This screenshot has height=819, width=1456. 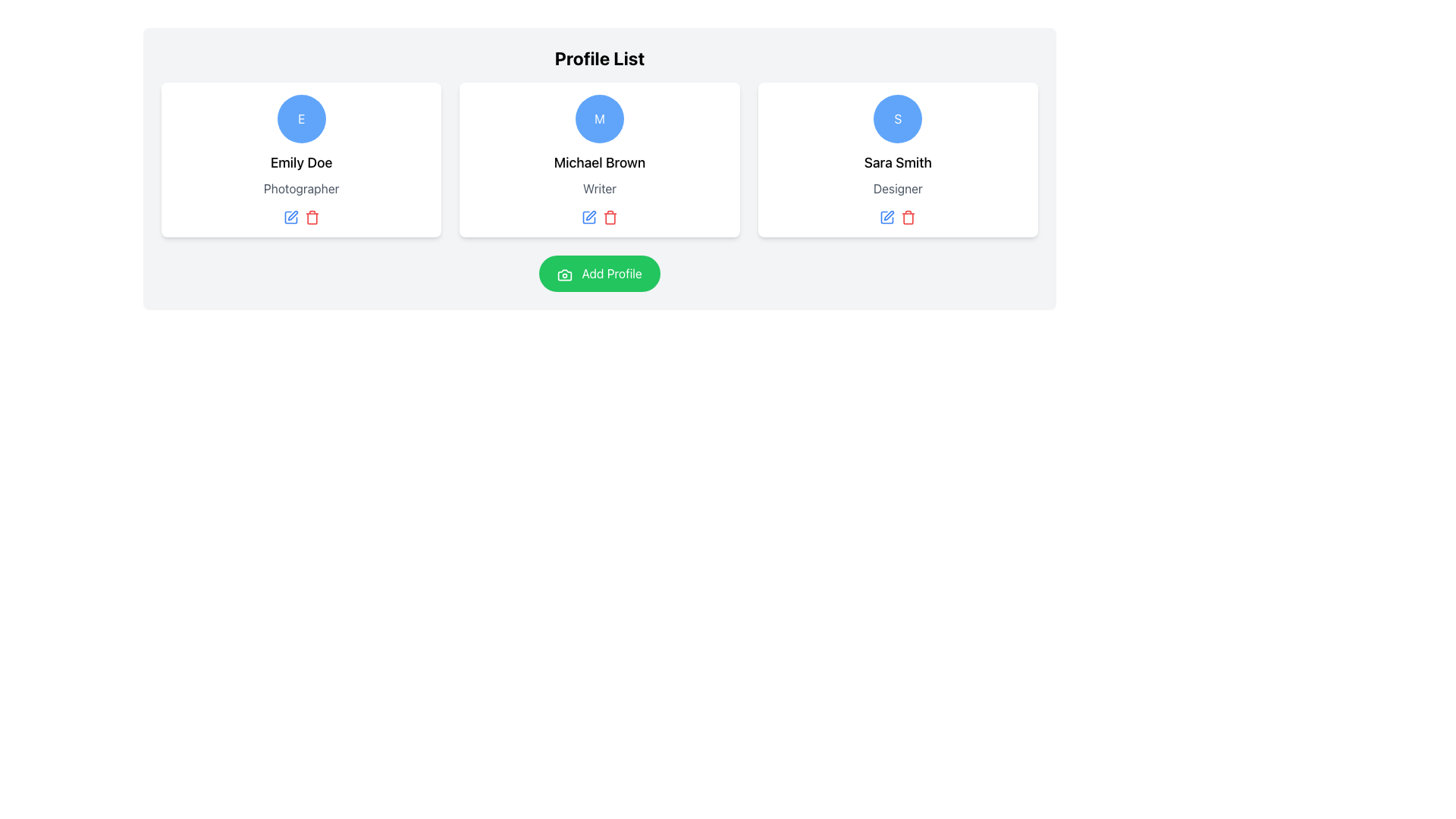 What do you see at coordinates (290, 217) in the screenshot?
I see `the SVG icon resembling a square located at the bottom of the card labeled 'Emily Doe', positioned immediately to the left of the trashcan icon` at bounding box center [290, 217].